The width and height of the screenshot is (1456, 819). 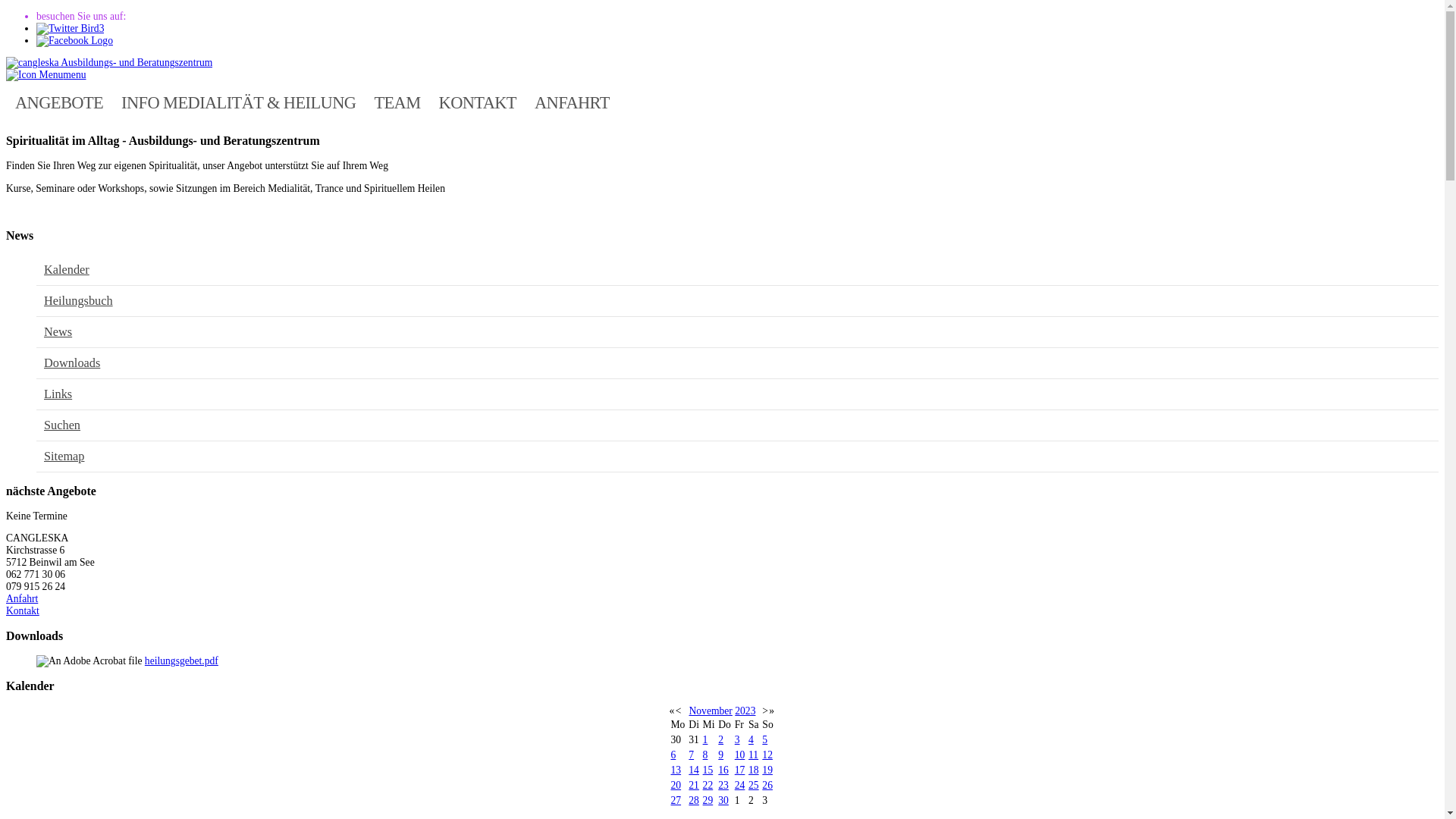 I want to click on '8', so click(x=704, y=755).